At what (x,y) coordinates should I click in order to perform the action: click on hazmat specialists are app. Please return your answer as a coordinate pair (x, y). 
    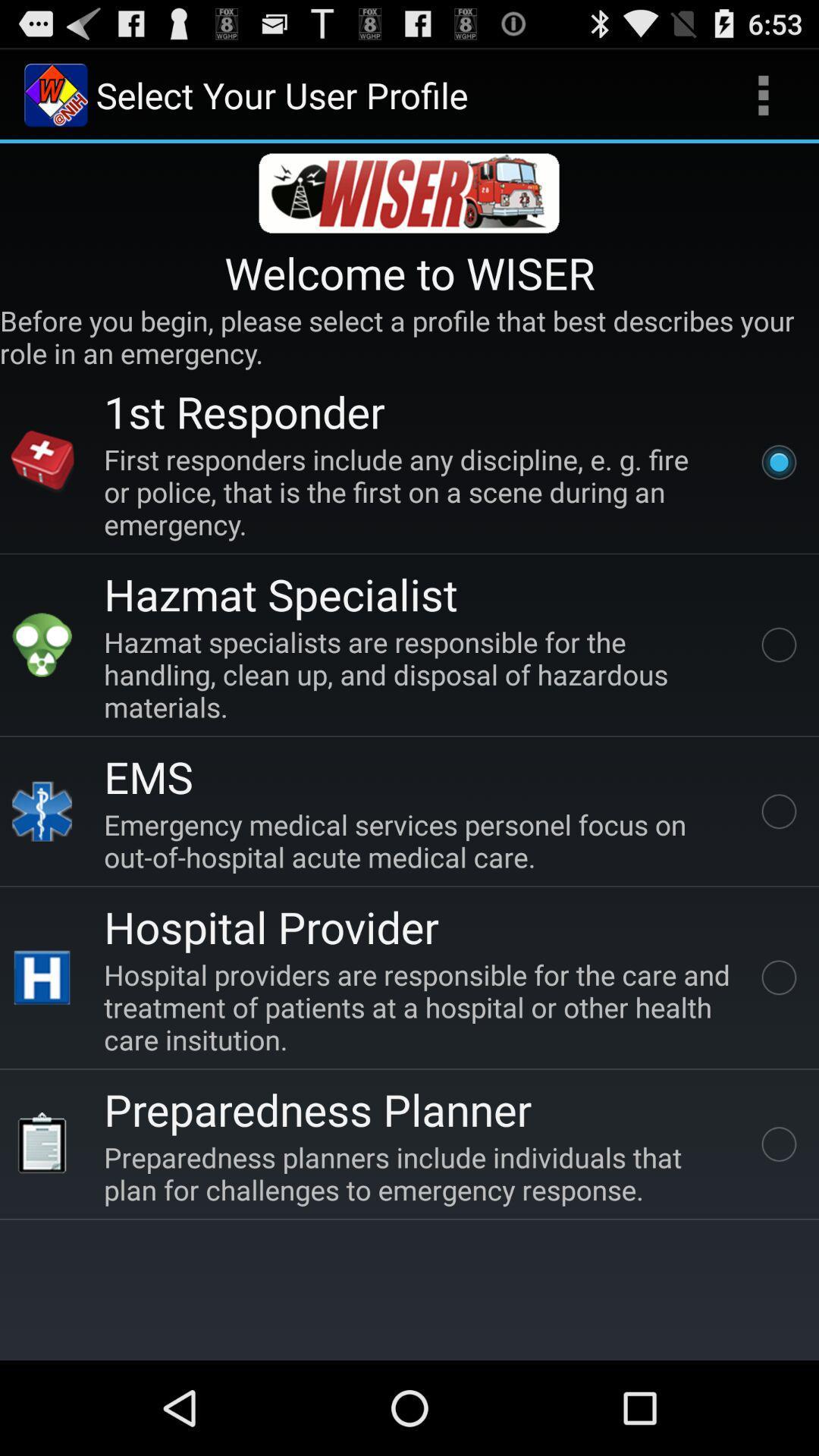
    Looking at the image, I should click on (420, 673).